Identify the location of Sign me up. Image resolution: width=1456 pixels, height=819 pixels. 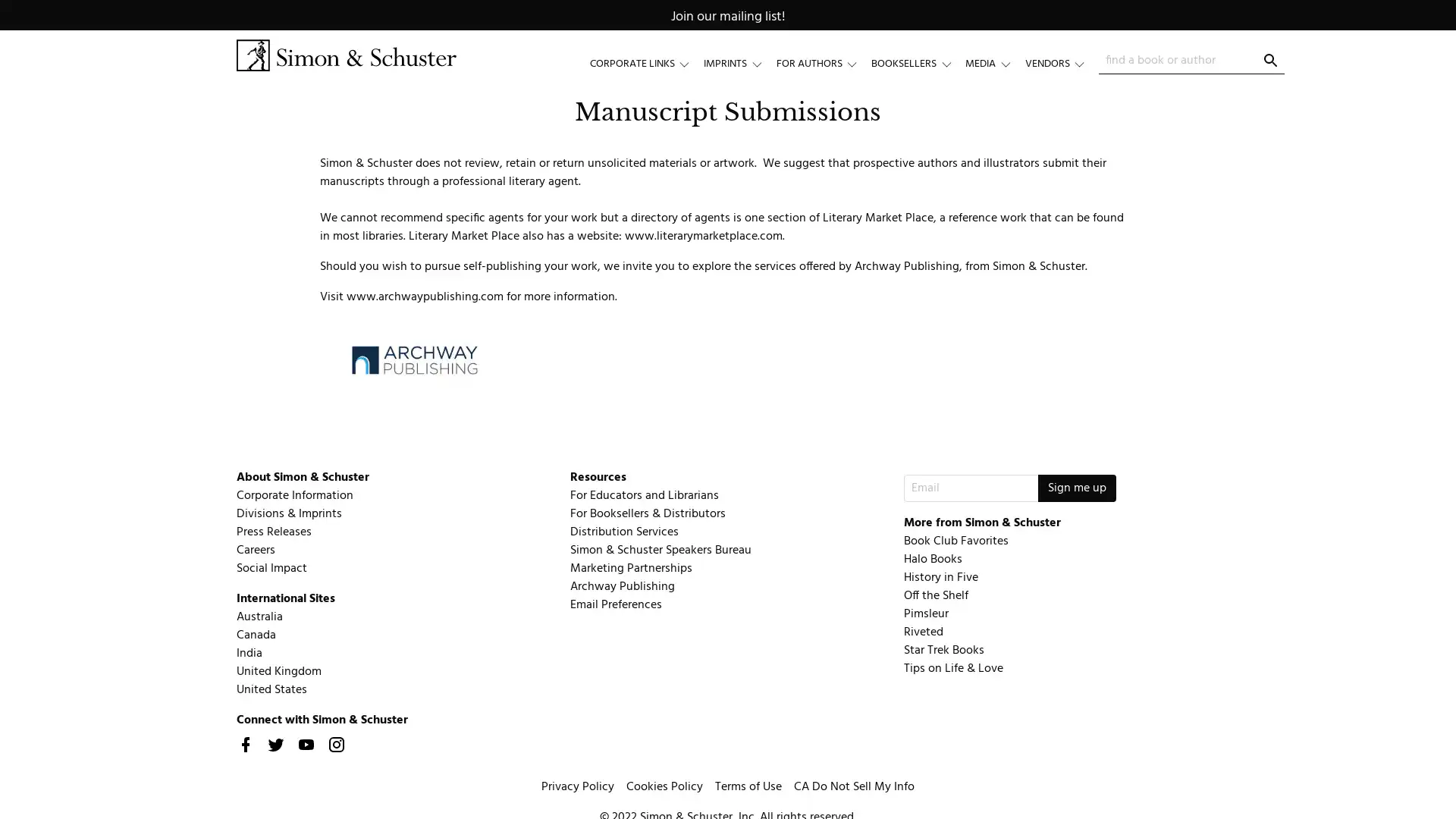
(1075, 488).